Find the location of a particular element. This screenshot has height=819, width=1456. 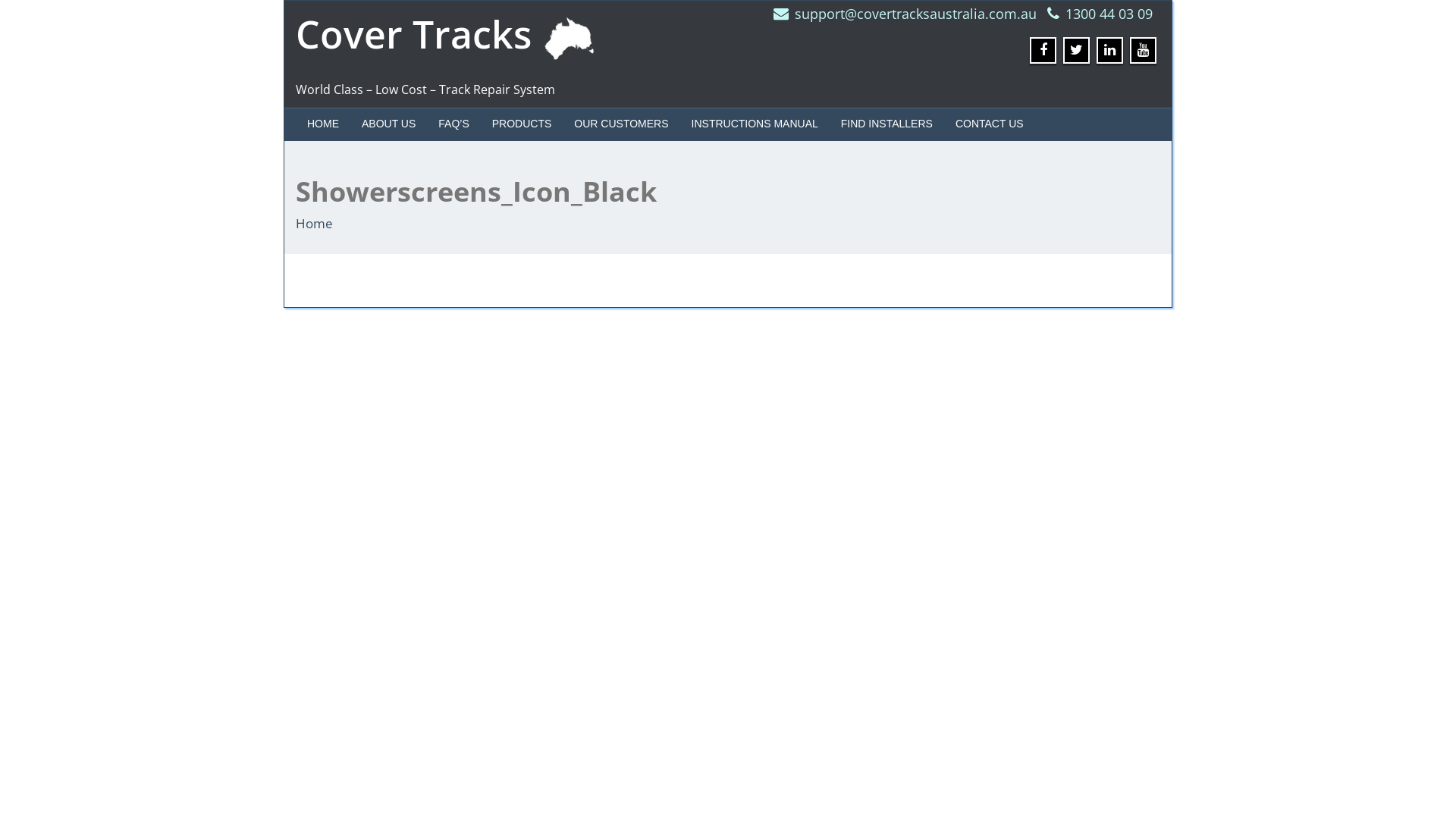

'FIND INSTALLERS' is located at coordinates (829, 122).